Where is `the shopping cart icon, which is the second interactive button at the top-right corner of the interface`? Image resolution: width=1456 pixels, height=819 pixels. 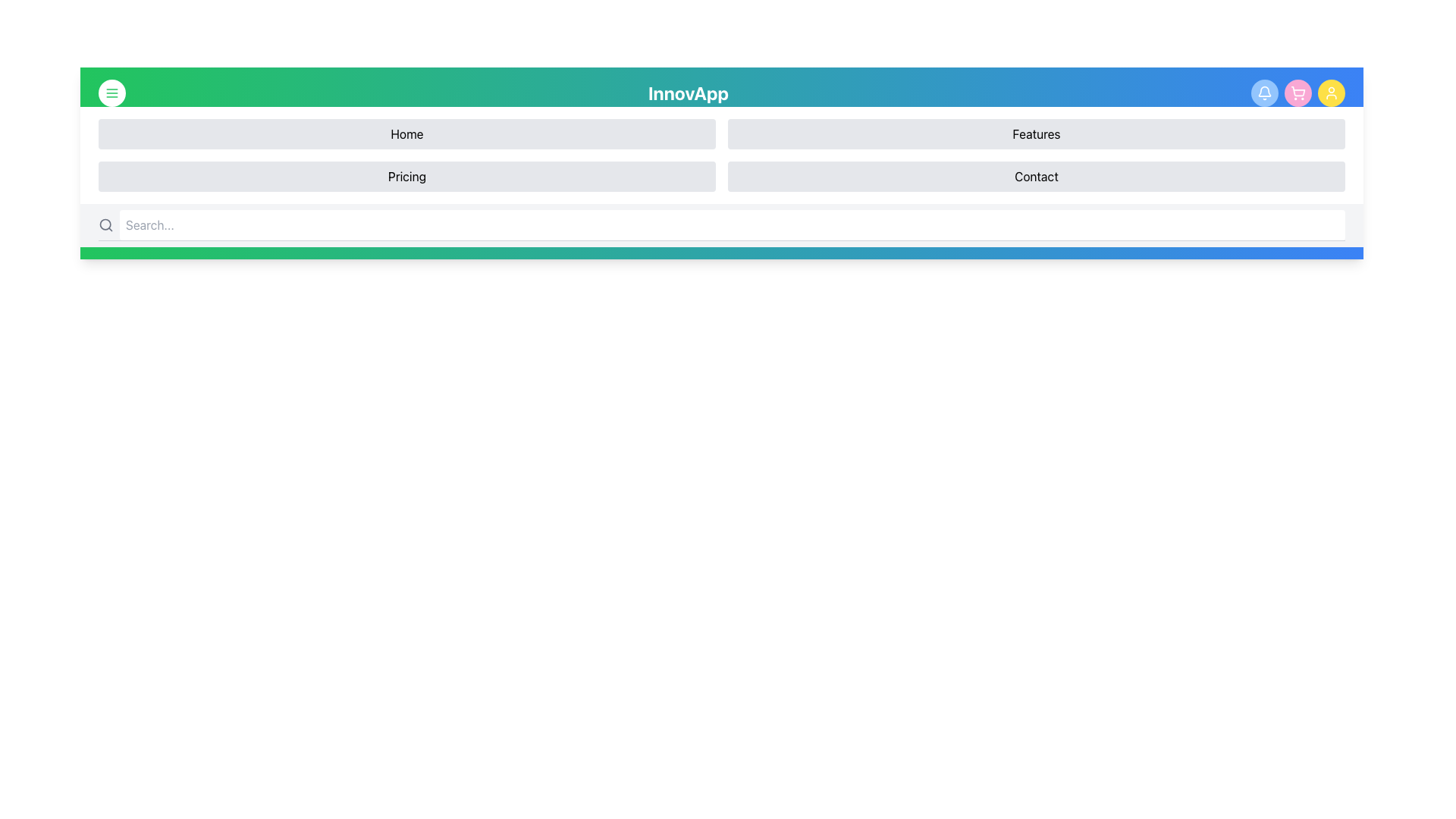
the shopping cart icon, which is the second interactive button at the top-right corner of the interface is located at coordinates (1298, 93).